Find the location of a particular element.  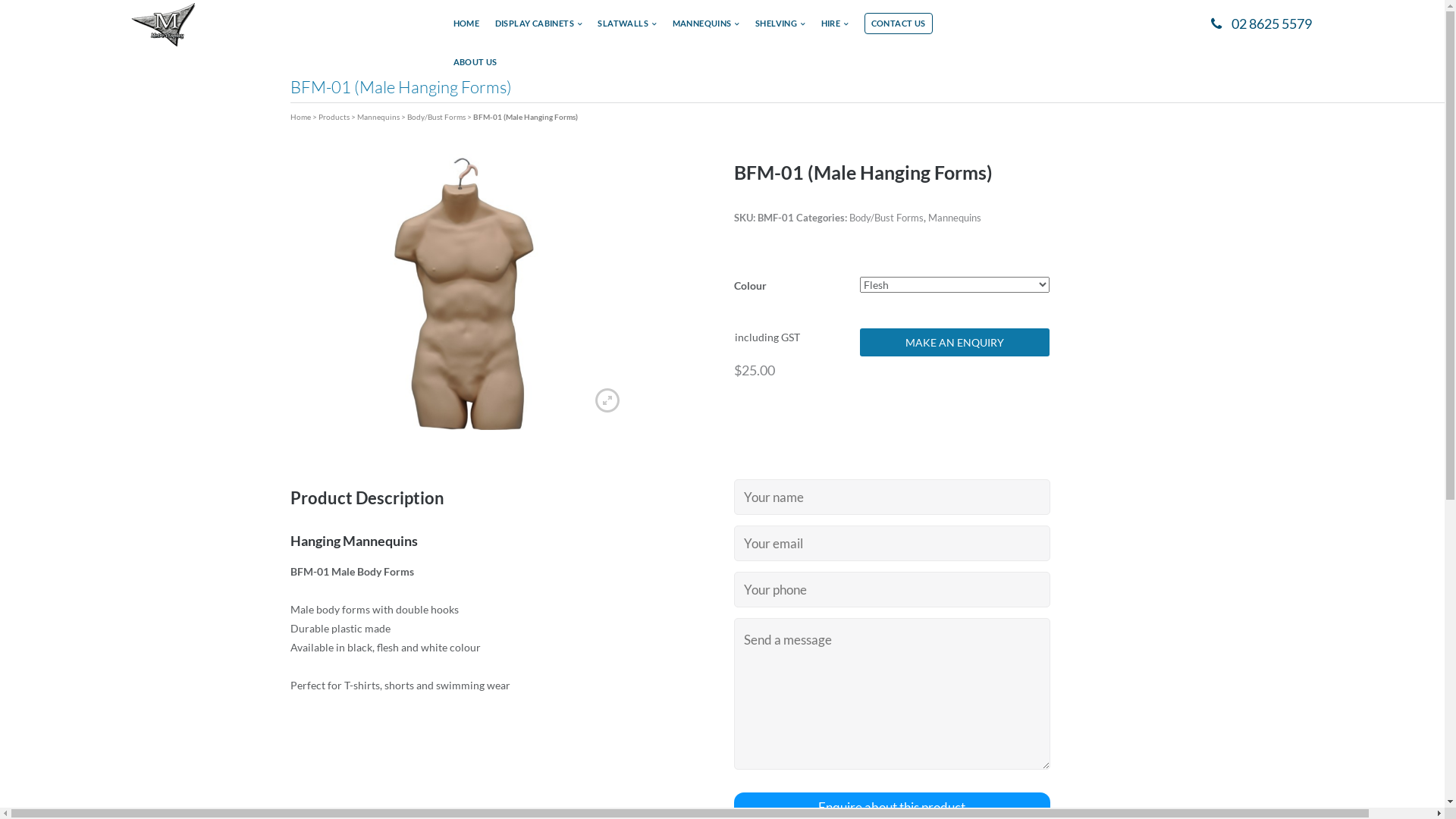

'MANNEQUINS' is located at coordinates (705, 28).